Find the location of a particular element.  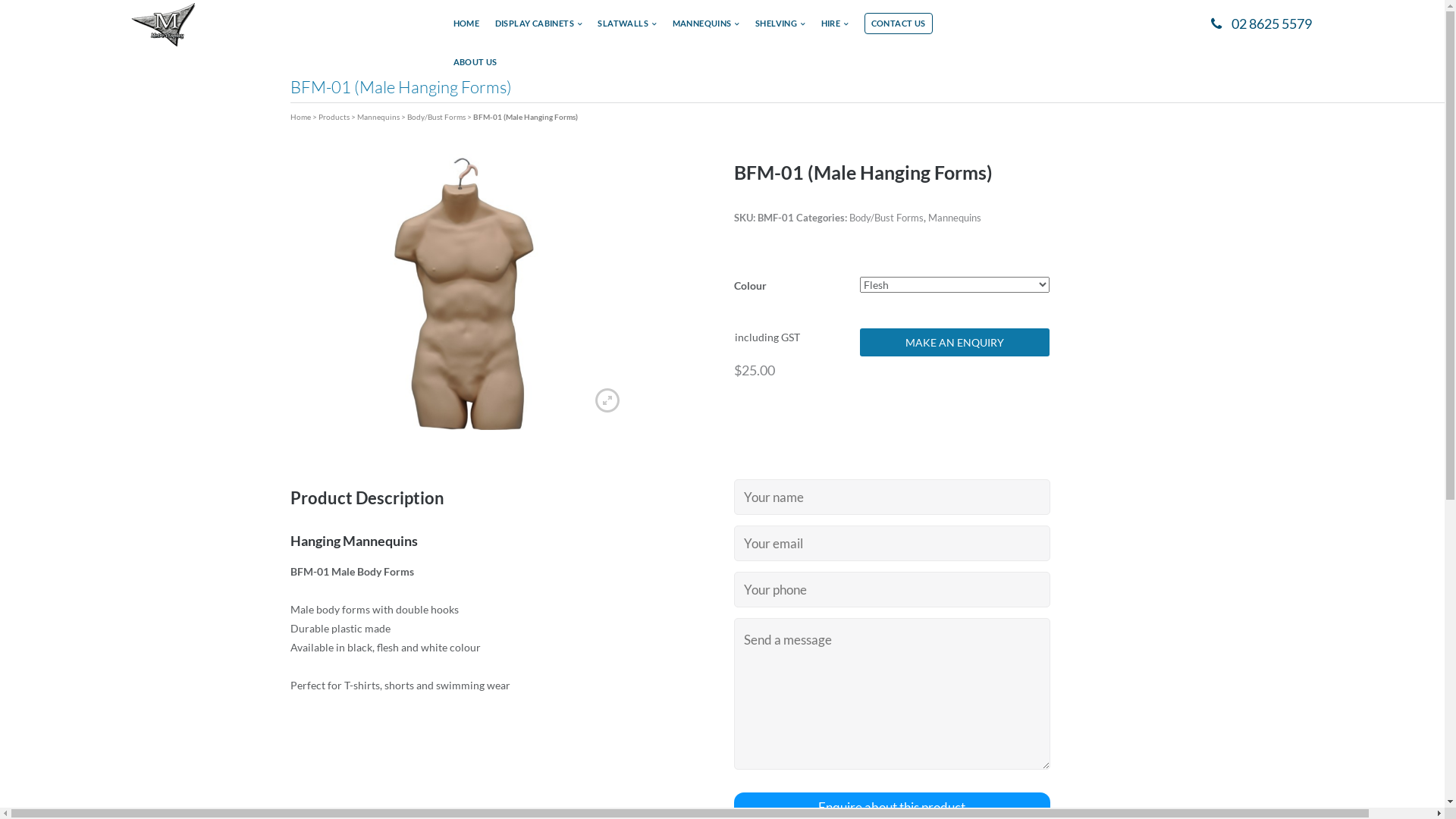

'MANNEQUINS' is located at coordinates (705, 28).